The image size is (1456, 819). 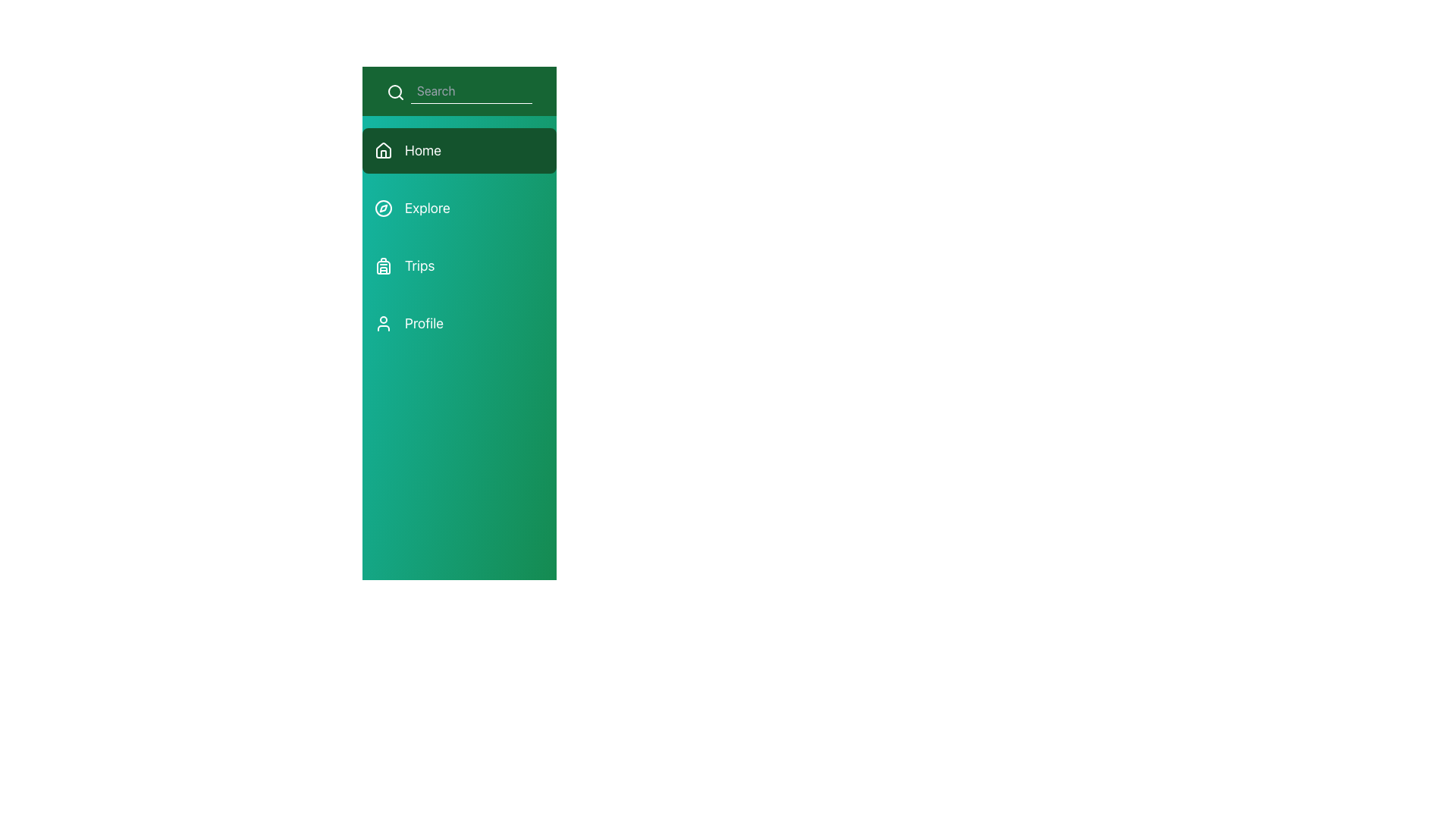 I want to click on the 'Home' button located in the left-hand sidebar, so click(x=458, y=151).